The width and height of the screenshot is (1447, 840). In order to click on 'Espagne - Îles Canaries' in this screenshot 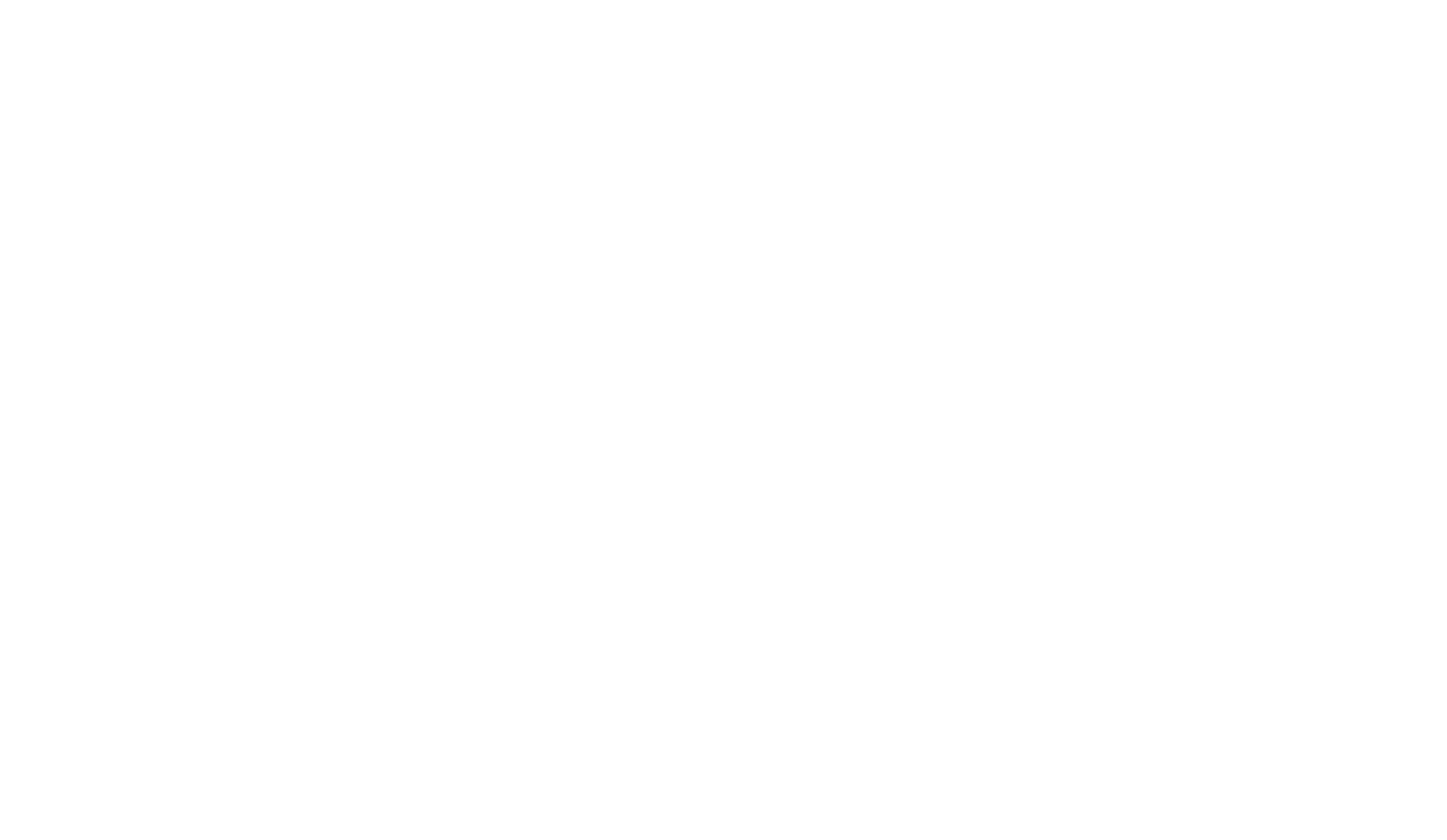, I will do `click(722, 452)`.